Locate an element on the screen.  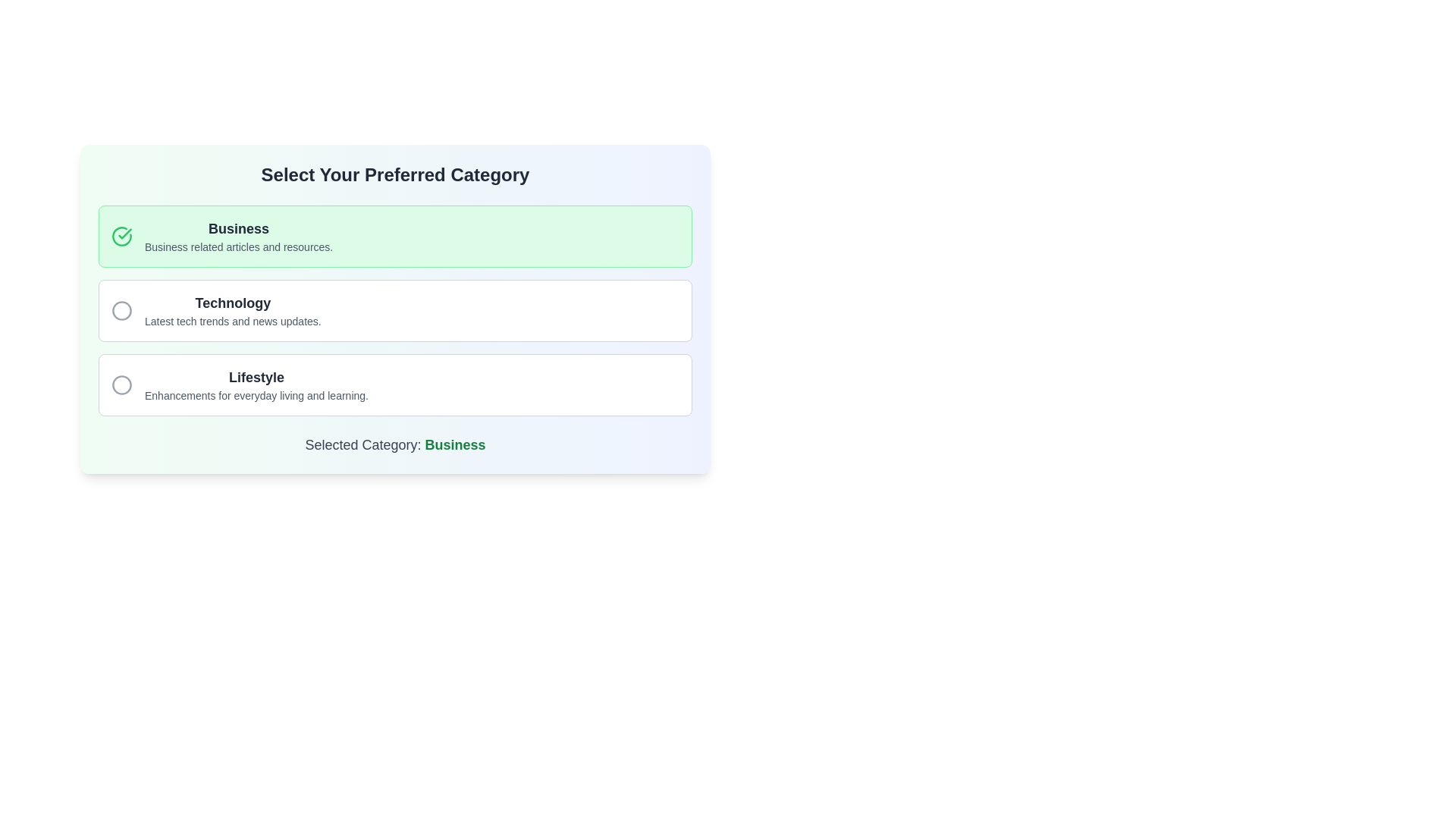
the circular green checkmark icon indicating the active state of the 'Business' category in the selection menu is located at coordinates (125, 234).